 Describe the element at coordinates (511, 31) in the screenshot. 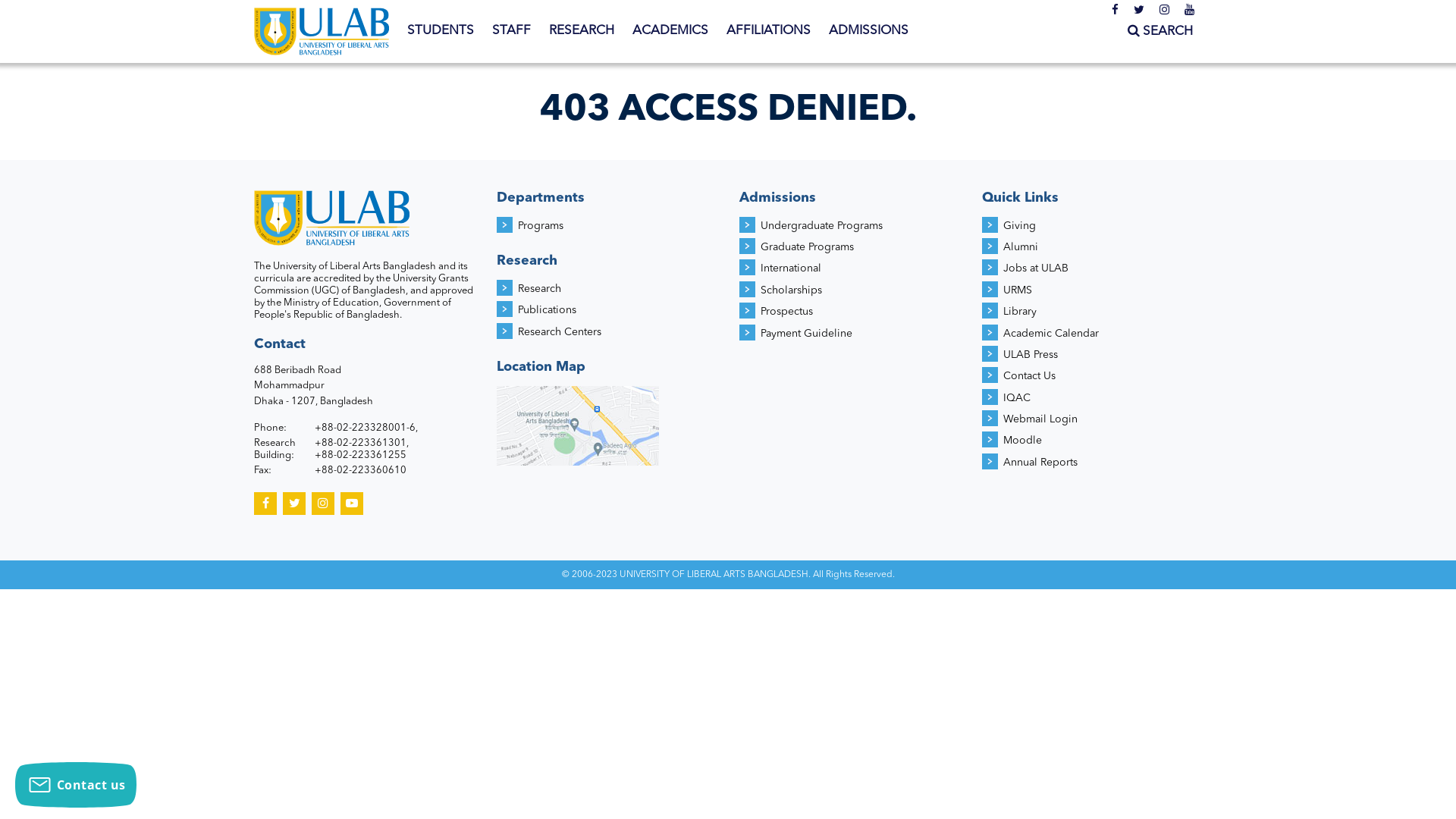

I see `'STAFF'` at that location.